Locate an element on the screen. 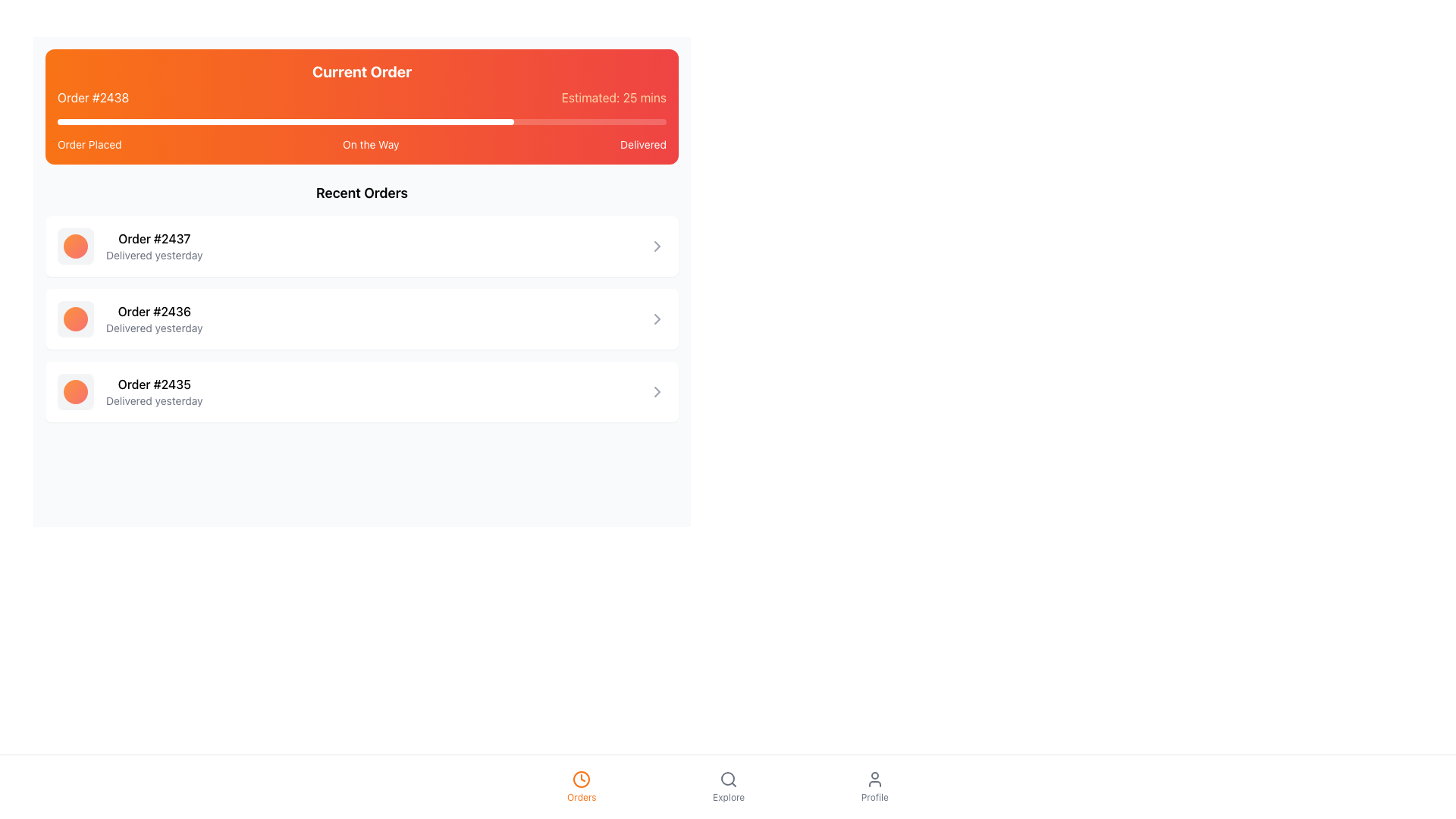  the horizontal progress bar with a white gradient filled section and an orange-red gradient background, located beneath 'Current Order' and above 'Order Placed', 'On the Way', and 'Delivered' is located at coordinates (361, 121).